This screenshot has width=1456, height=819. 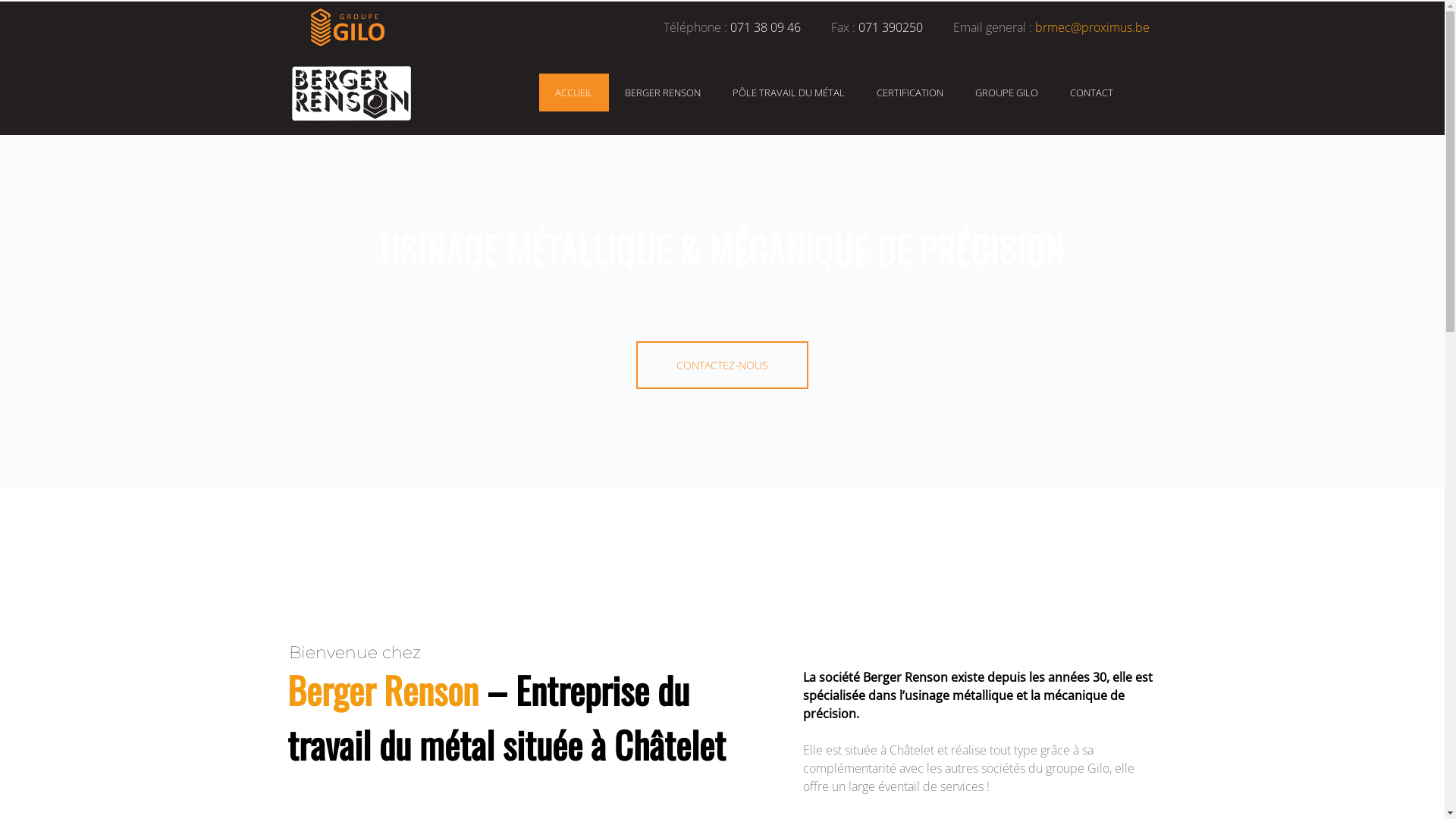 What do you see at coordinates (910, 93) in the screenshot?
I see `'CERTIFICATION'` at bounding box center [910, 93].